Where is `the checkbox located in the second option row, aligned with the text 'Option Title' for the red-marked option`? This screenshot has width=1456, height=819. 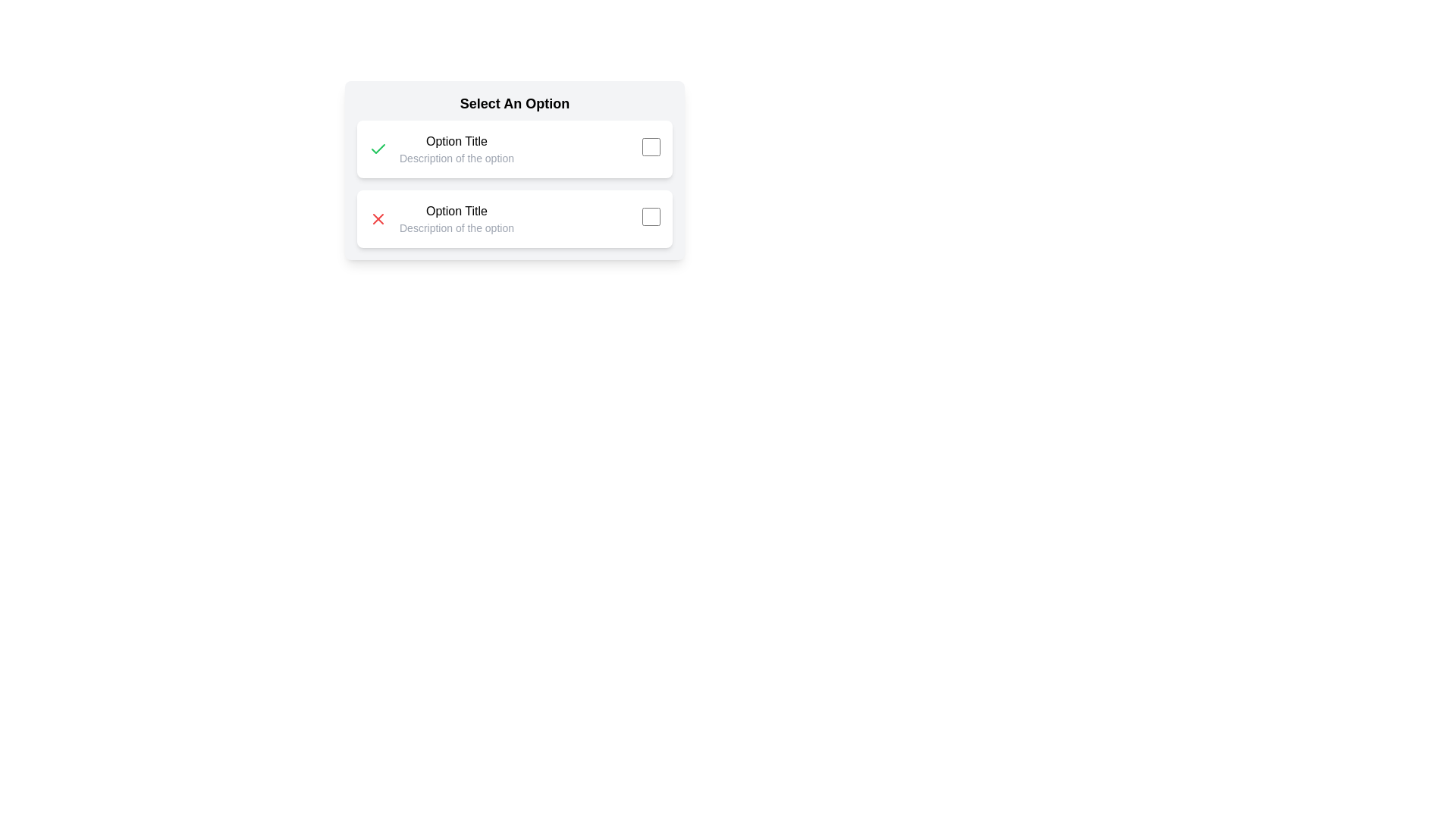 the checkbox located in the second option row, aligned with the text 'Option Title' for the red-marked option is located at coordinates (651, 216).